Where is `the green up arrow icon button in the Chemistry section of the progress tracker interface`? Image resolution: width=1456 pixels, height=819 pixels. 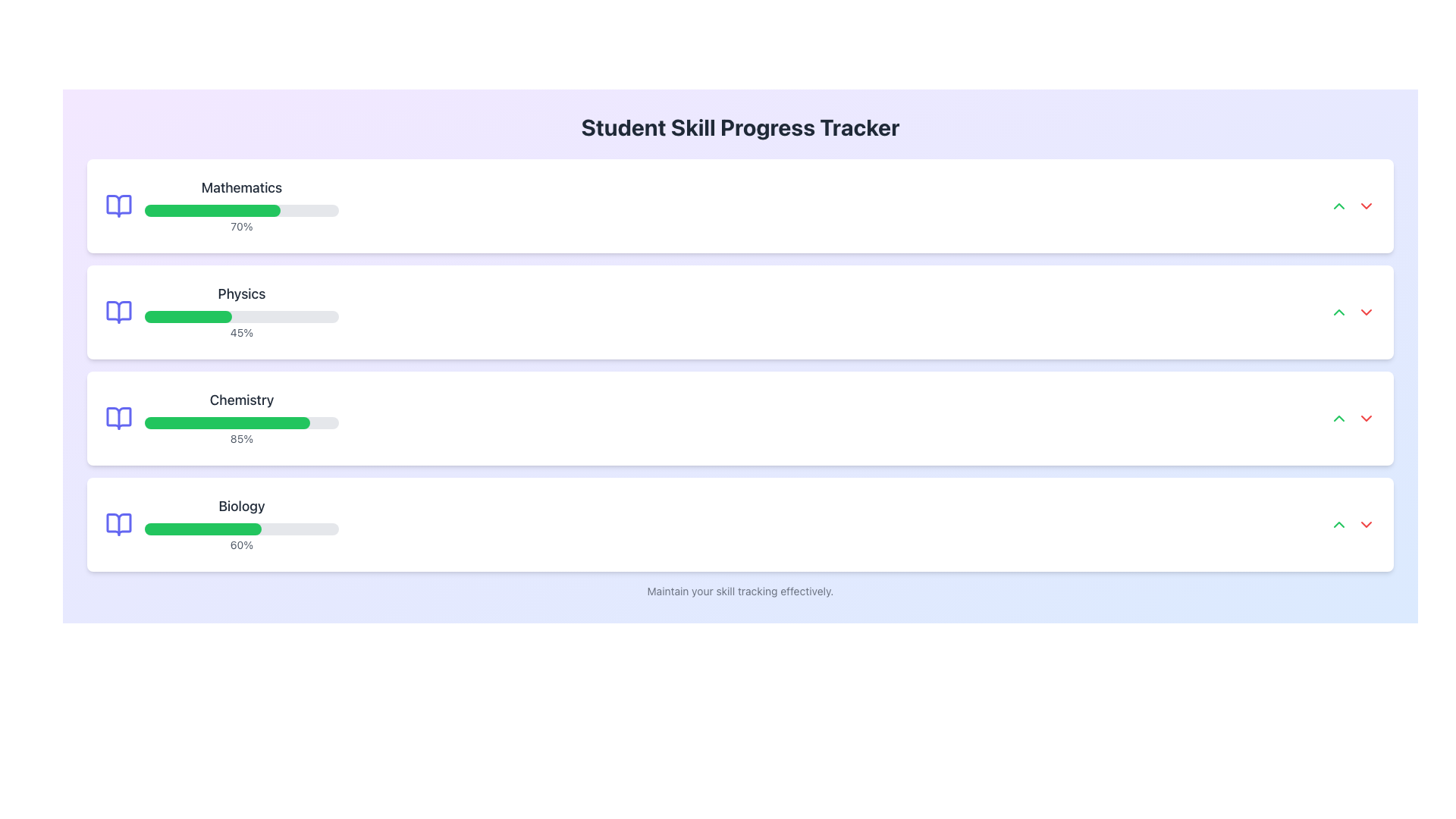
the green up arrow icon button in the Chemistry section of the progress tracker interface is located at coordinates (1339, 418).